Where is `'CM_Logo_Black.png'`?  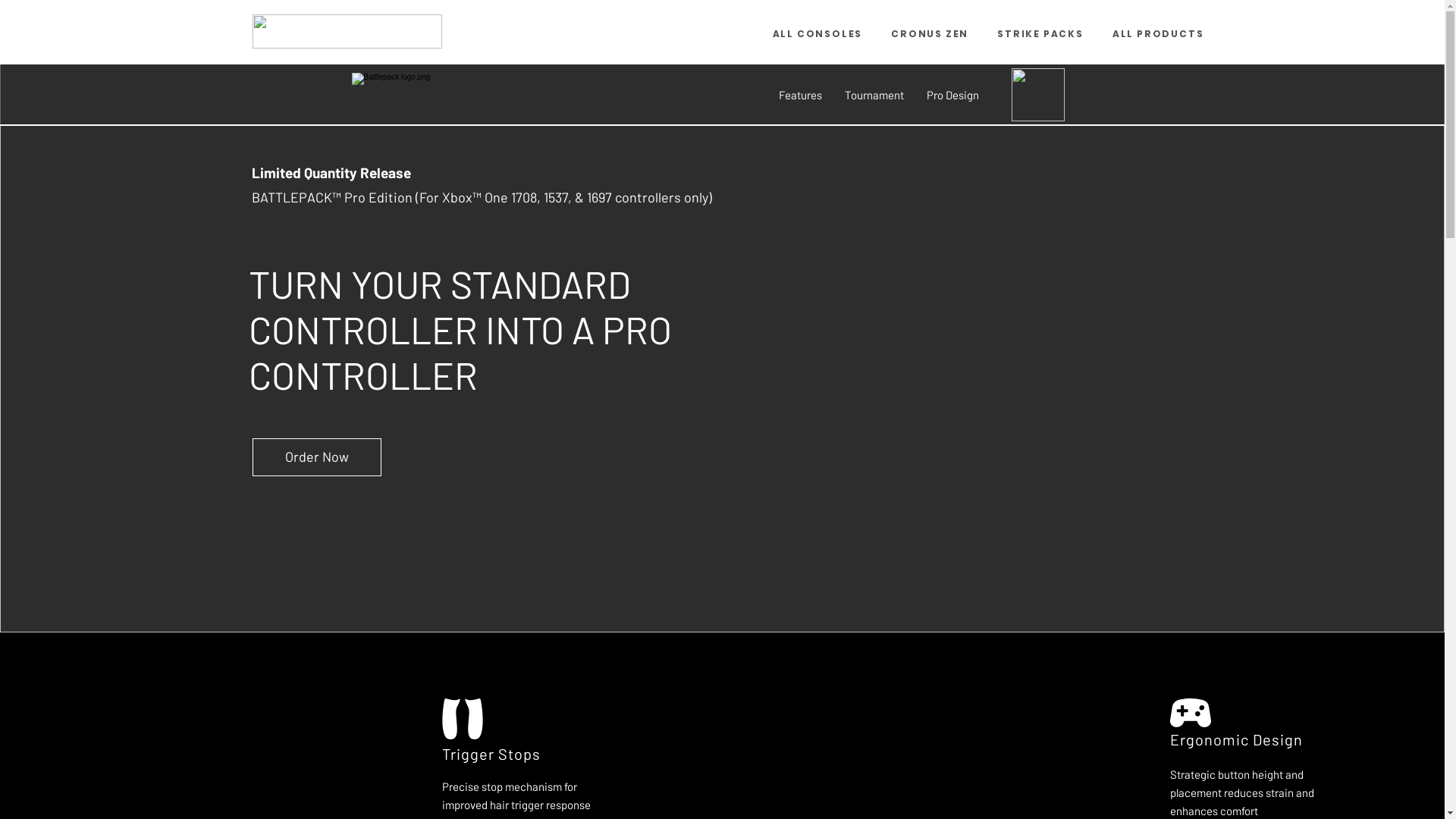 'CM_Logo_Black.png' is located at coordinates (345, 31).